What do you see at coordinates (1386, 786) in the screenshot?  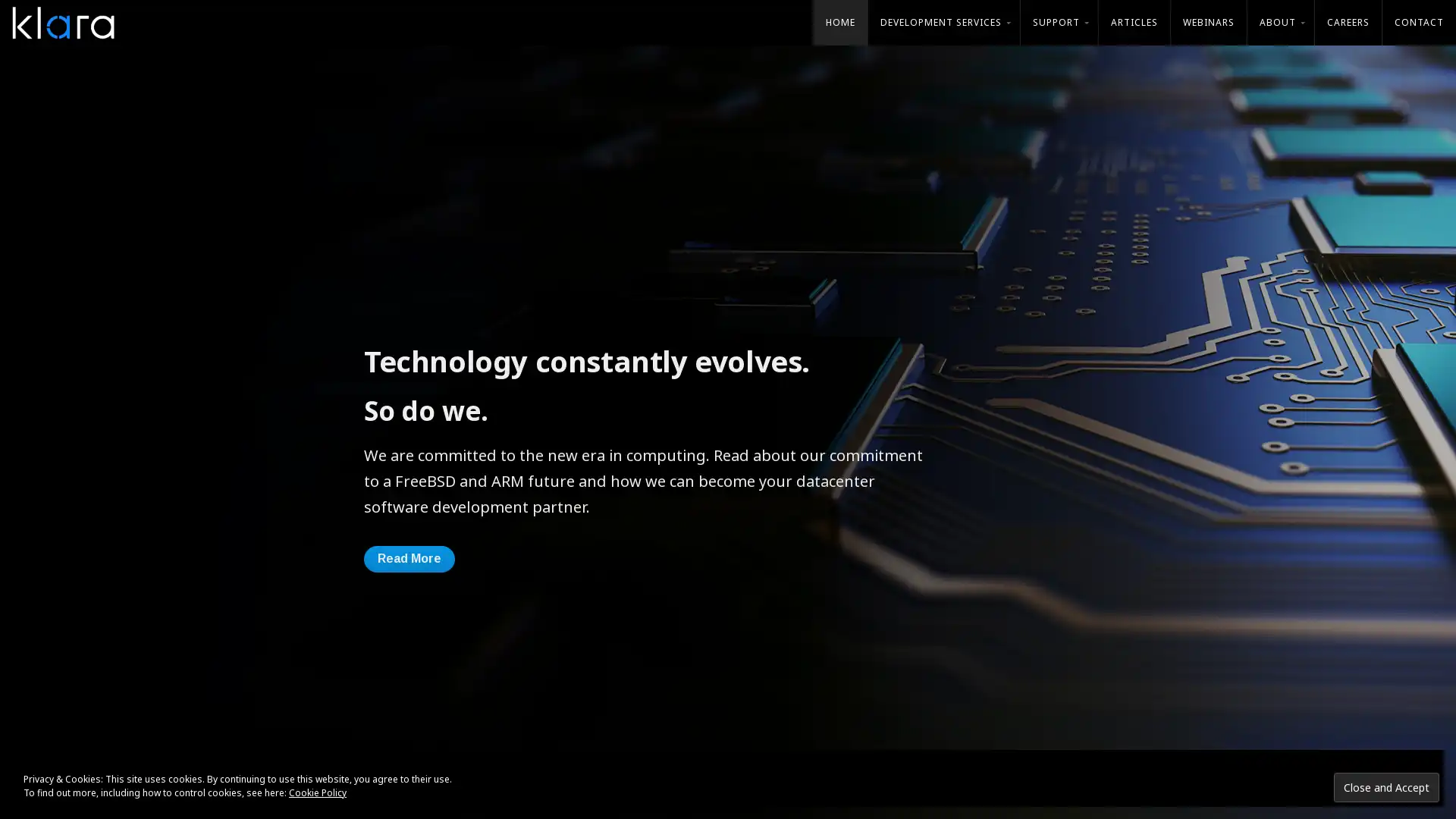 I see `Close and Accept` at bounding box center [1386, 786].